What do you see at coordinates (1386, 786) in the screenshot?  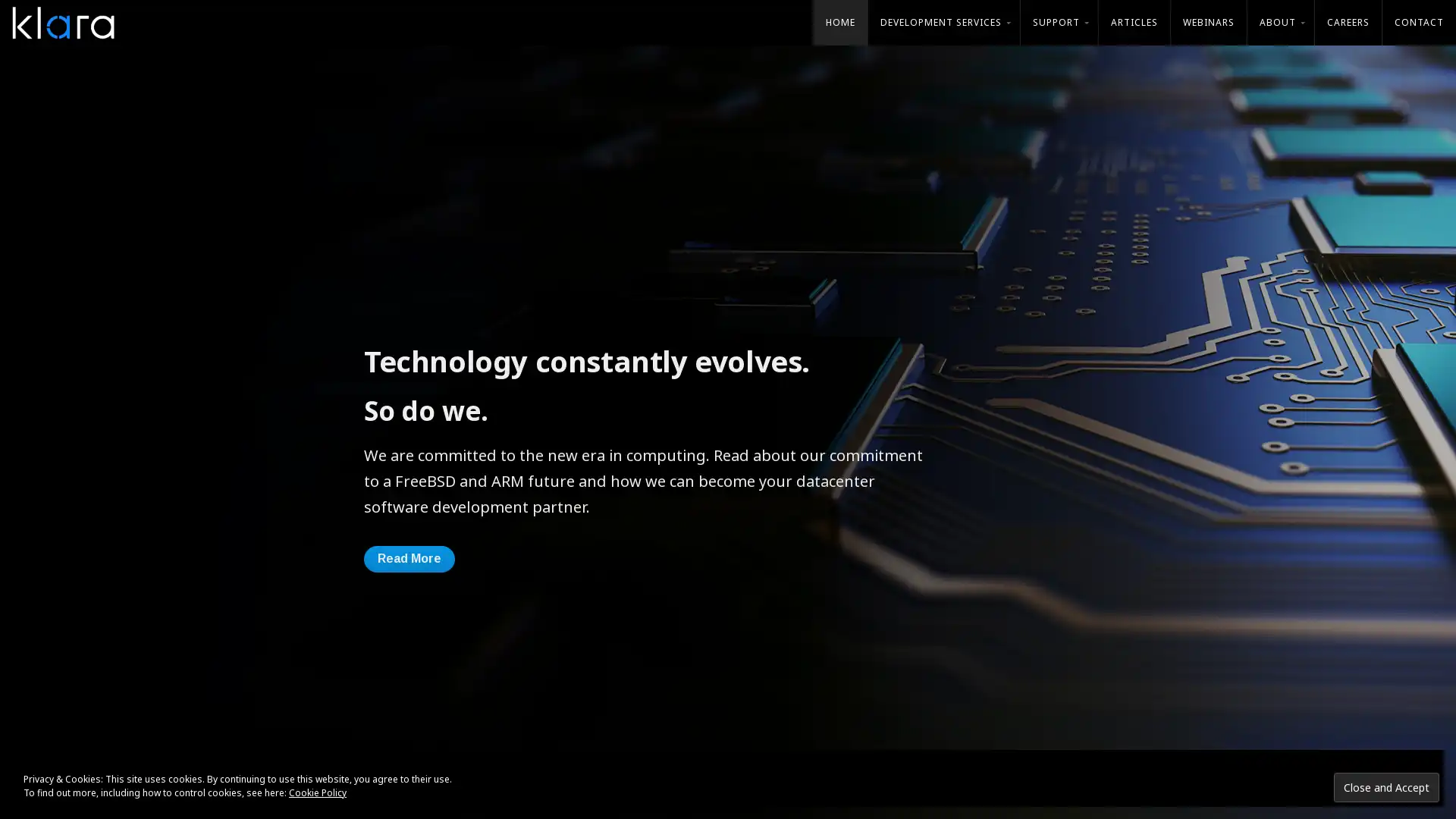 I see `Close and Accept` at bounding box center [1386, 786].